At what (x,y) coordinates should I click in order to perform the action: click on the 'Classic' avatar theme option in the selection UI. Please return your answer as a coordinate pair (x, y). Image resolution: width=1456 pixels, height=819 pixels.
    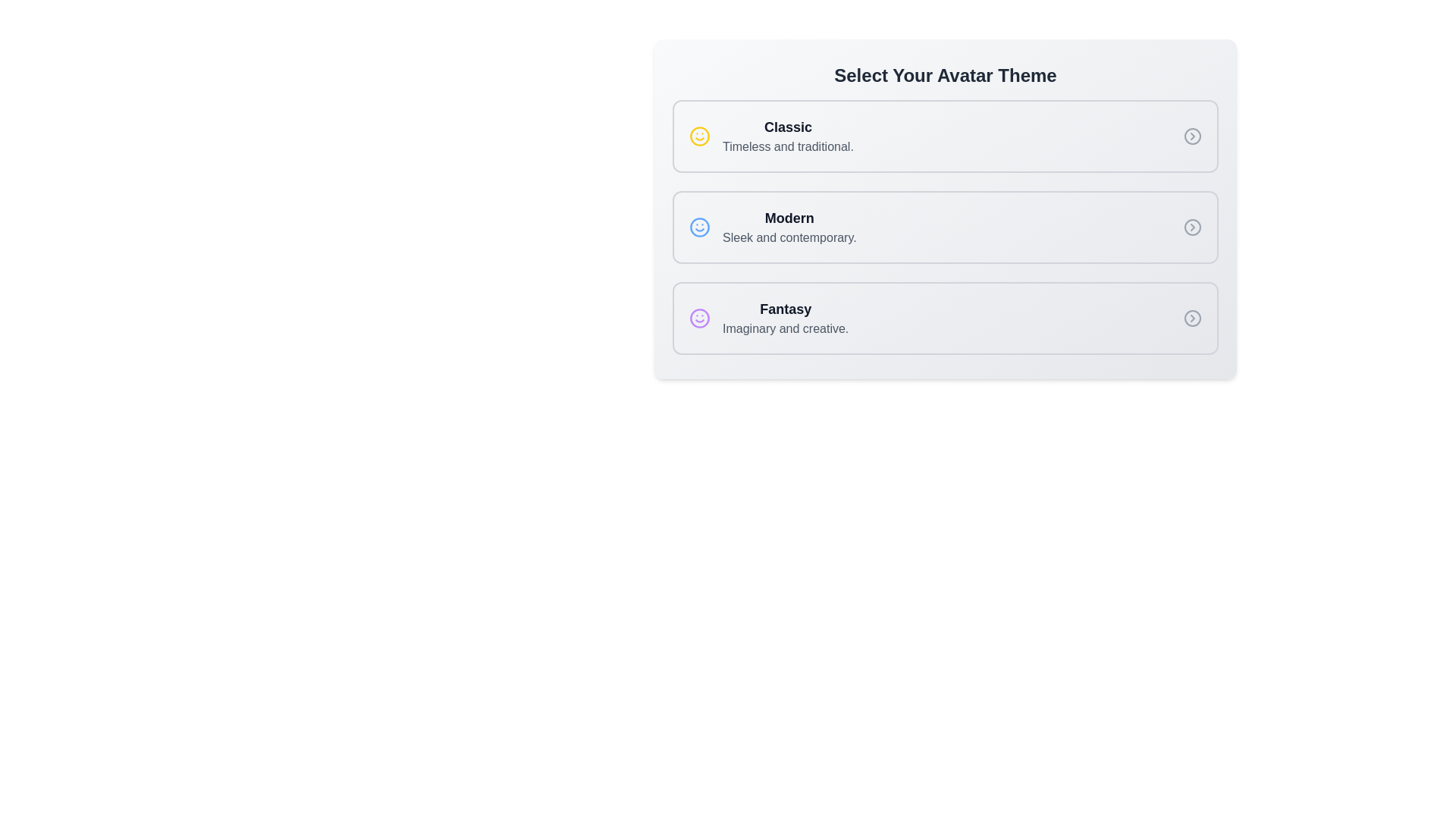
    Looking at the image, I should click on (945, 136).